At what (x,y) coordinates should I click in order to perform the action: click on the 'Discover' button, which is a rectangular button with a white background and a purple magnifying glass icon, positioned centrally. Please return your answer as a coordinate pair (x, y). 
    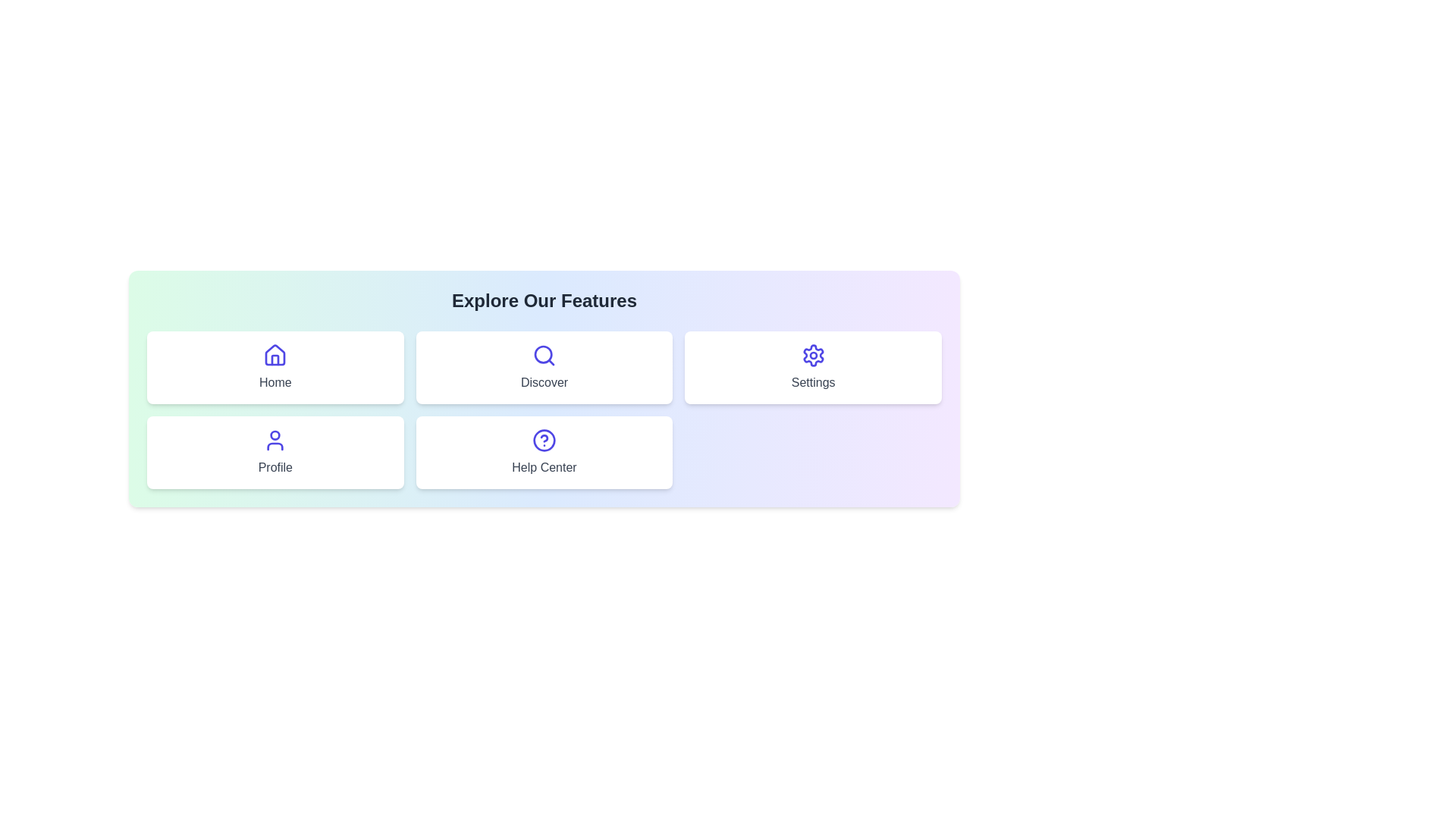
    Looking at the image, I should click on (544, 368).